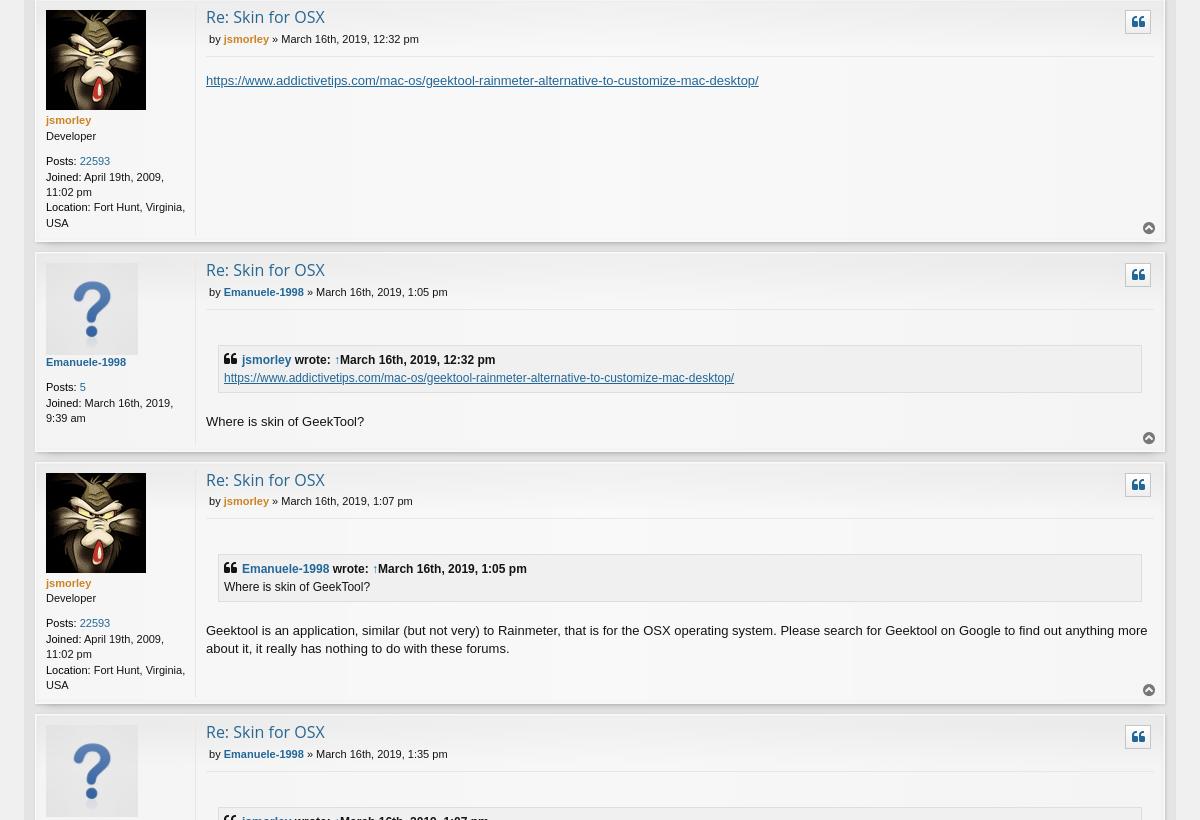 Image resolution: width=1200 pixels, height=820 pixels. What do you see at coordinates (81, 387) in the screenshot?
I see `'5'` at bounding box center [81, 387].